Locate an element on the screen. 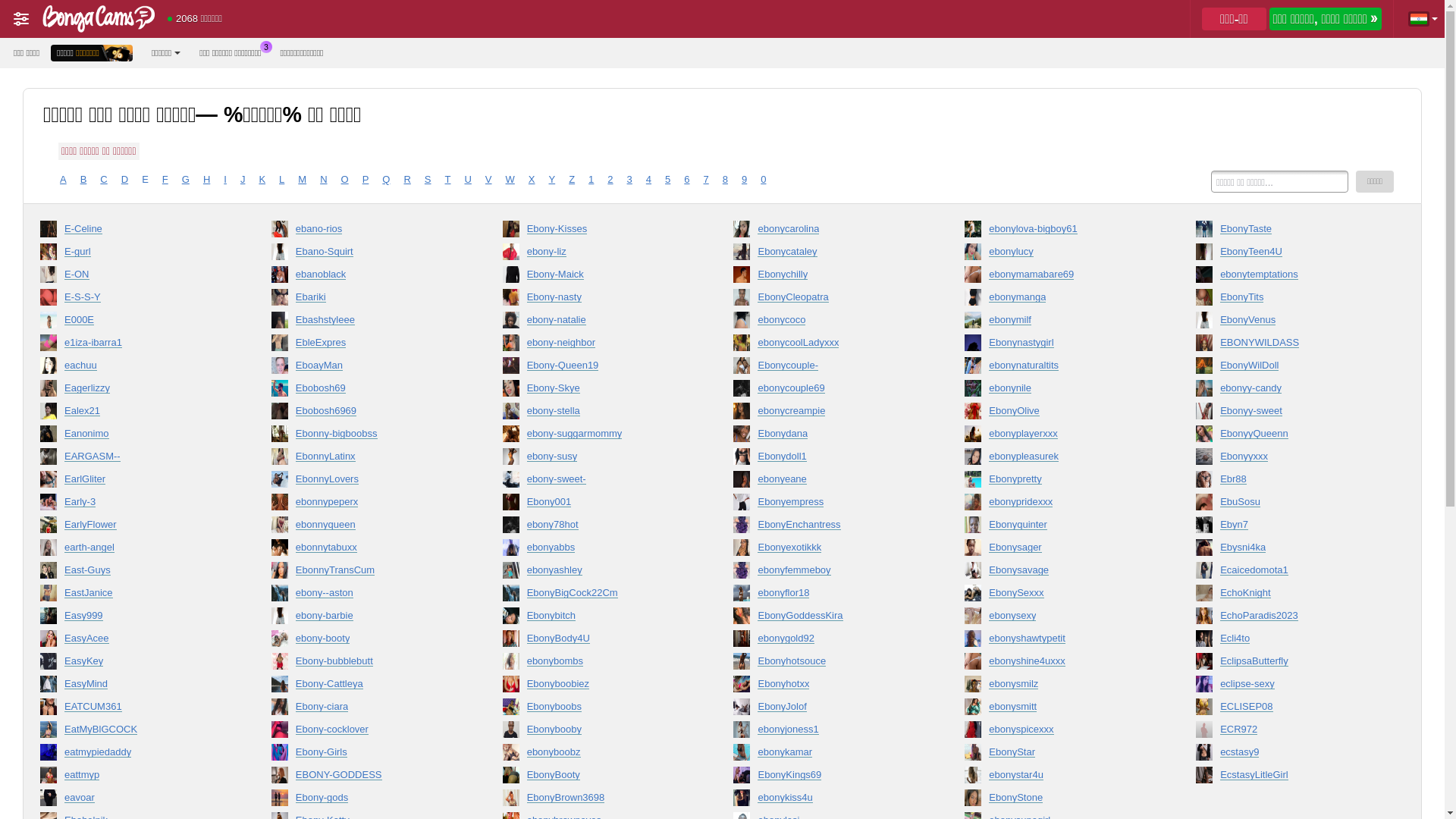 Image resolution: width=1456 pixels, height=819 pixels. 'EbonyJolof' is located at coordinates (826, 710).